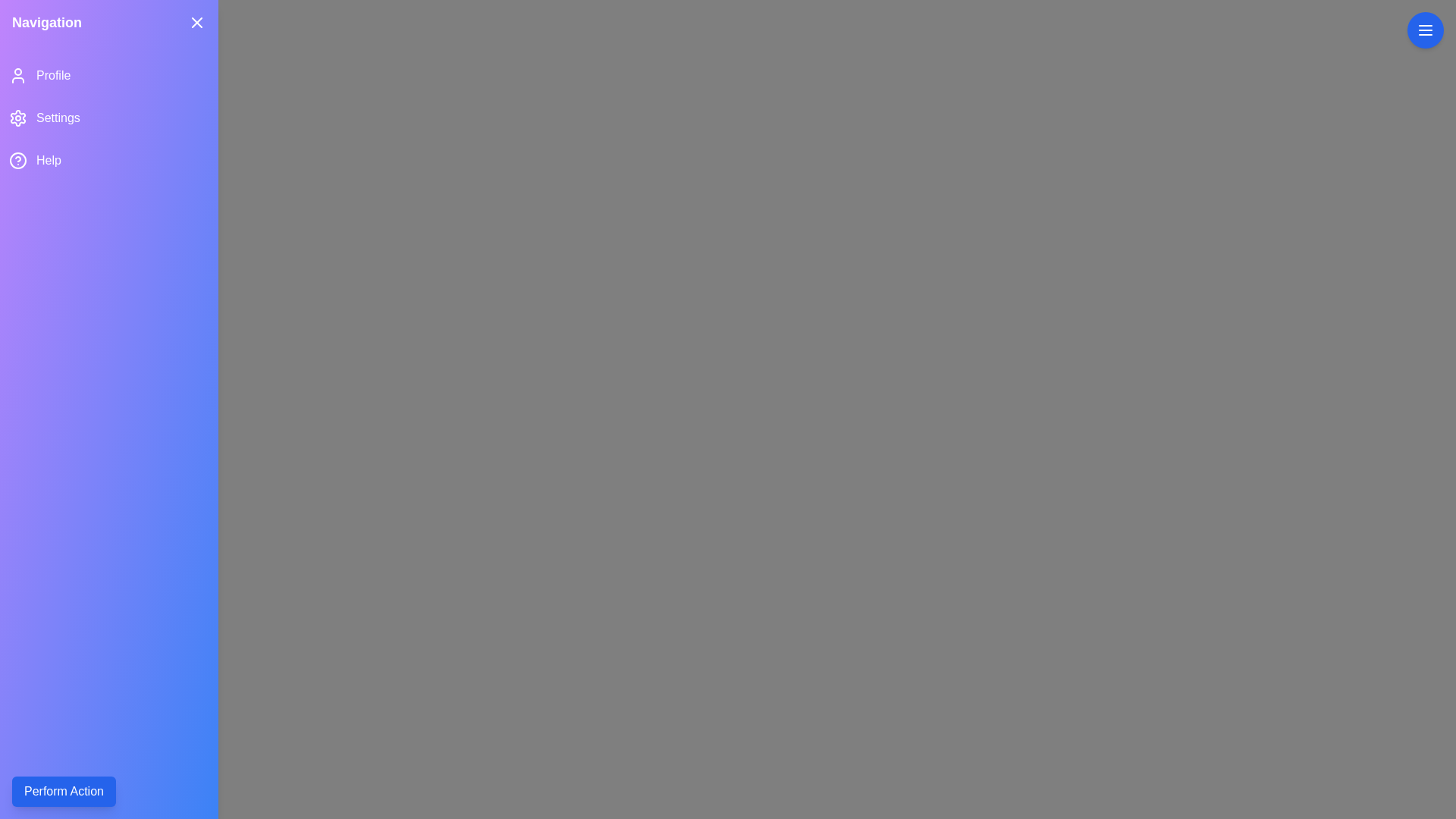  Describe the element at coordinates (196, 23) in the screenshot. I see `the close button located in the top-right corner of the navigation header bar next to the text 'Navigation'` at that location.